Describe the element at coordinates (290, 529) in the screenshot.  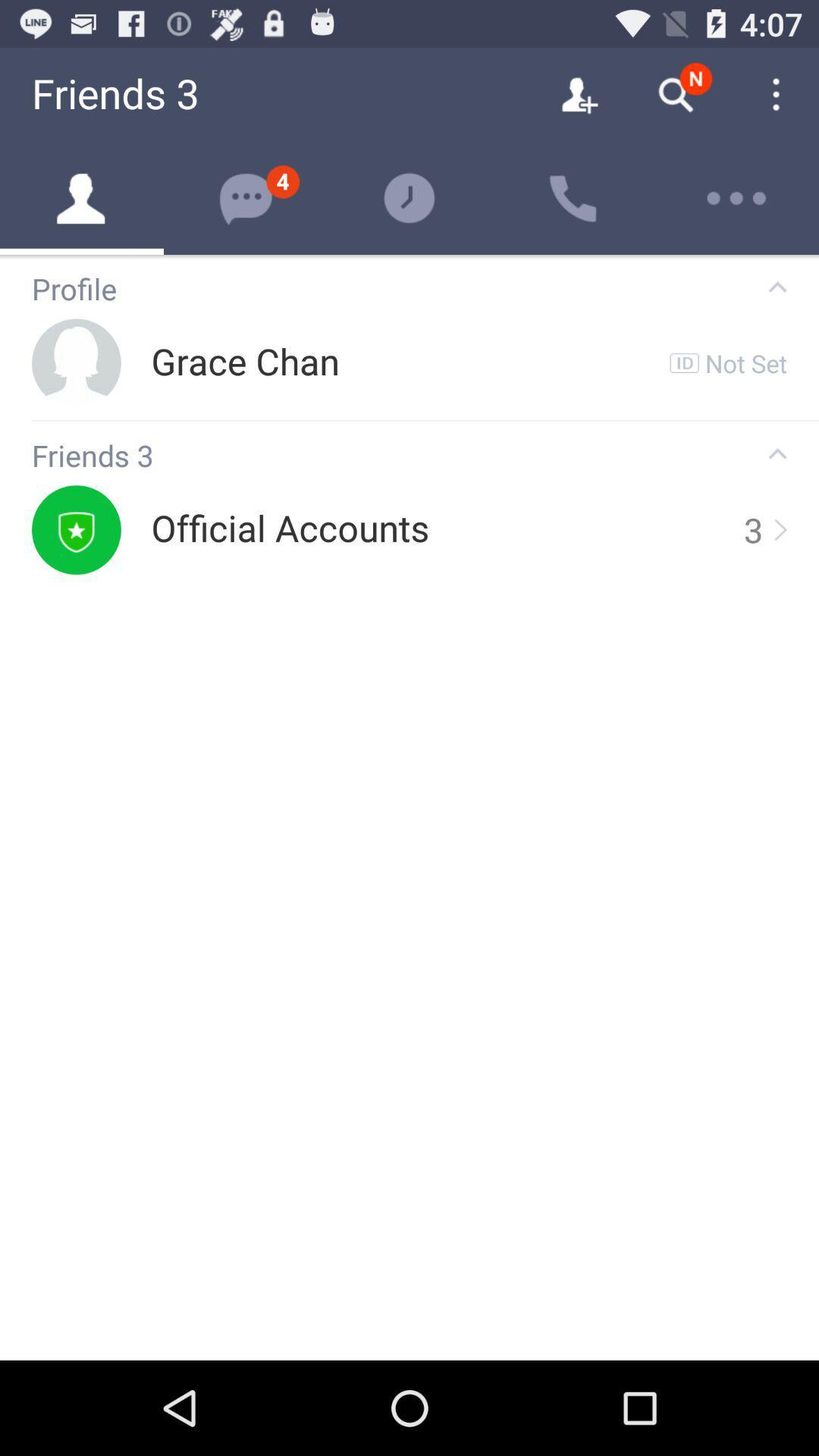
I see `the icon to the left of the 3 icon` at that location.